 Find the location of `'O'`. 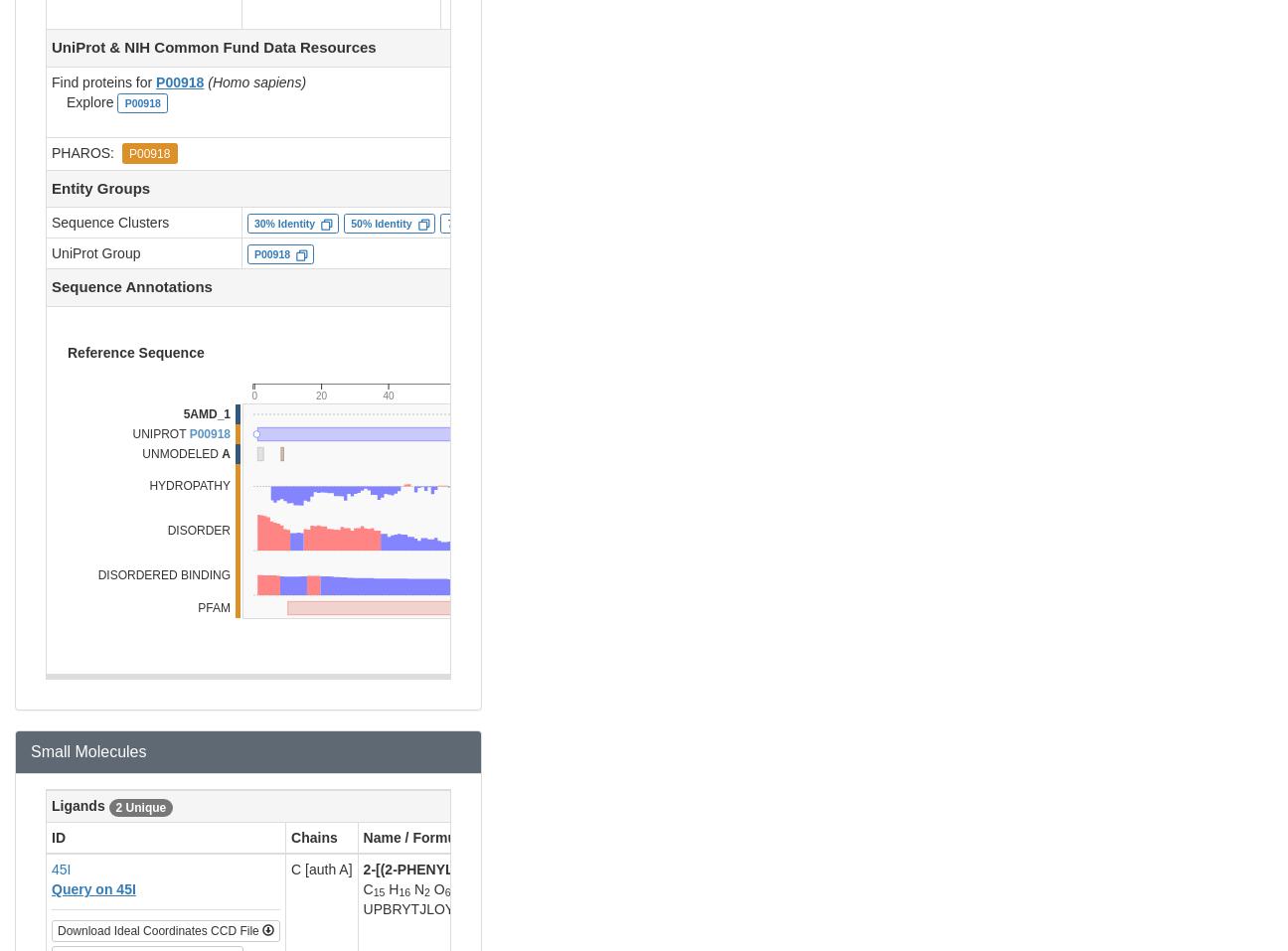

'O' is located at coordinates (436, 888).